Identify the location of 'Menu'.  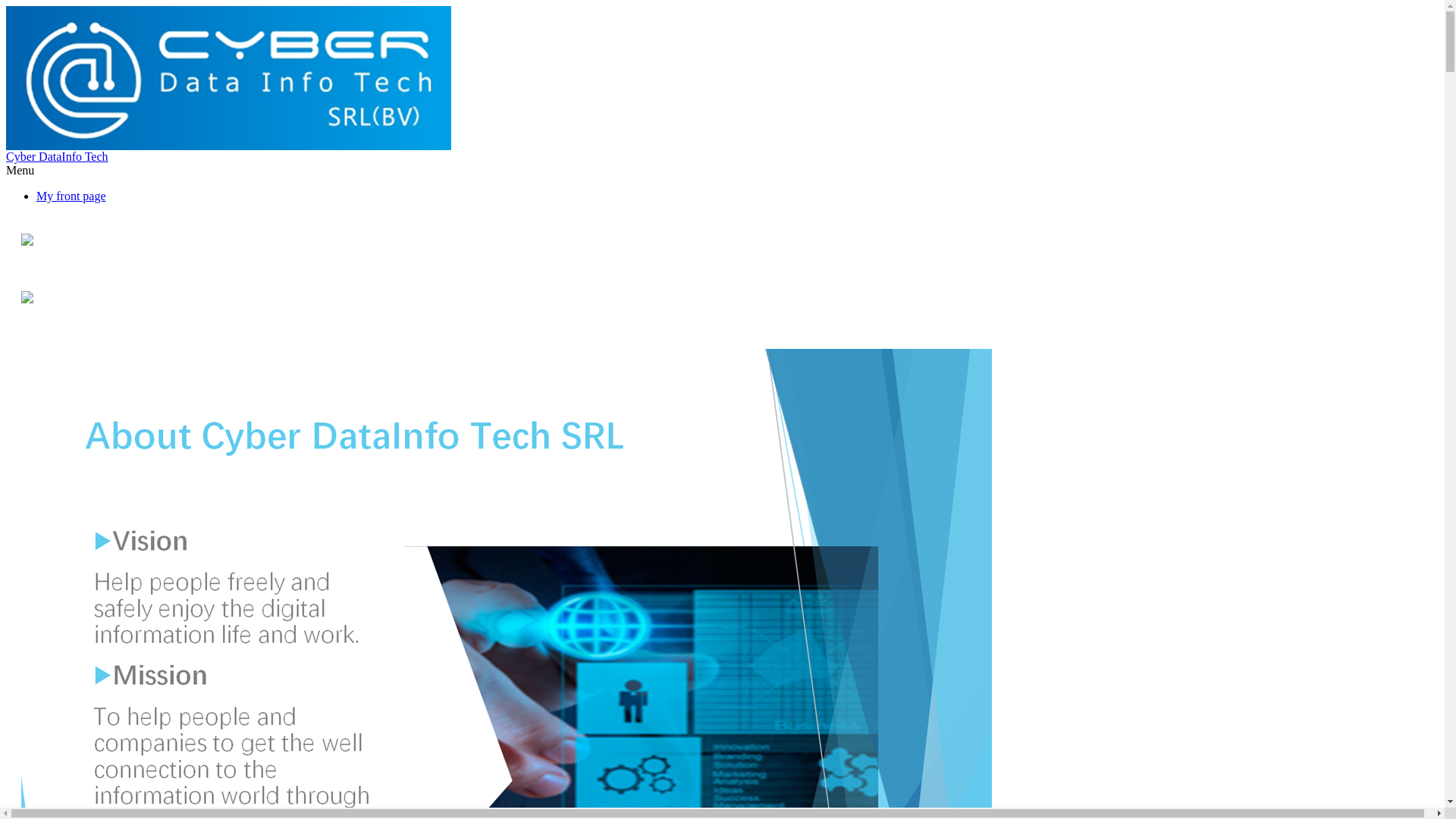
(20, 170).